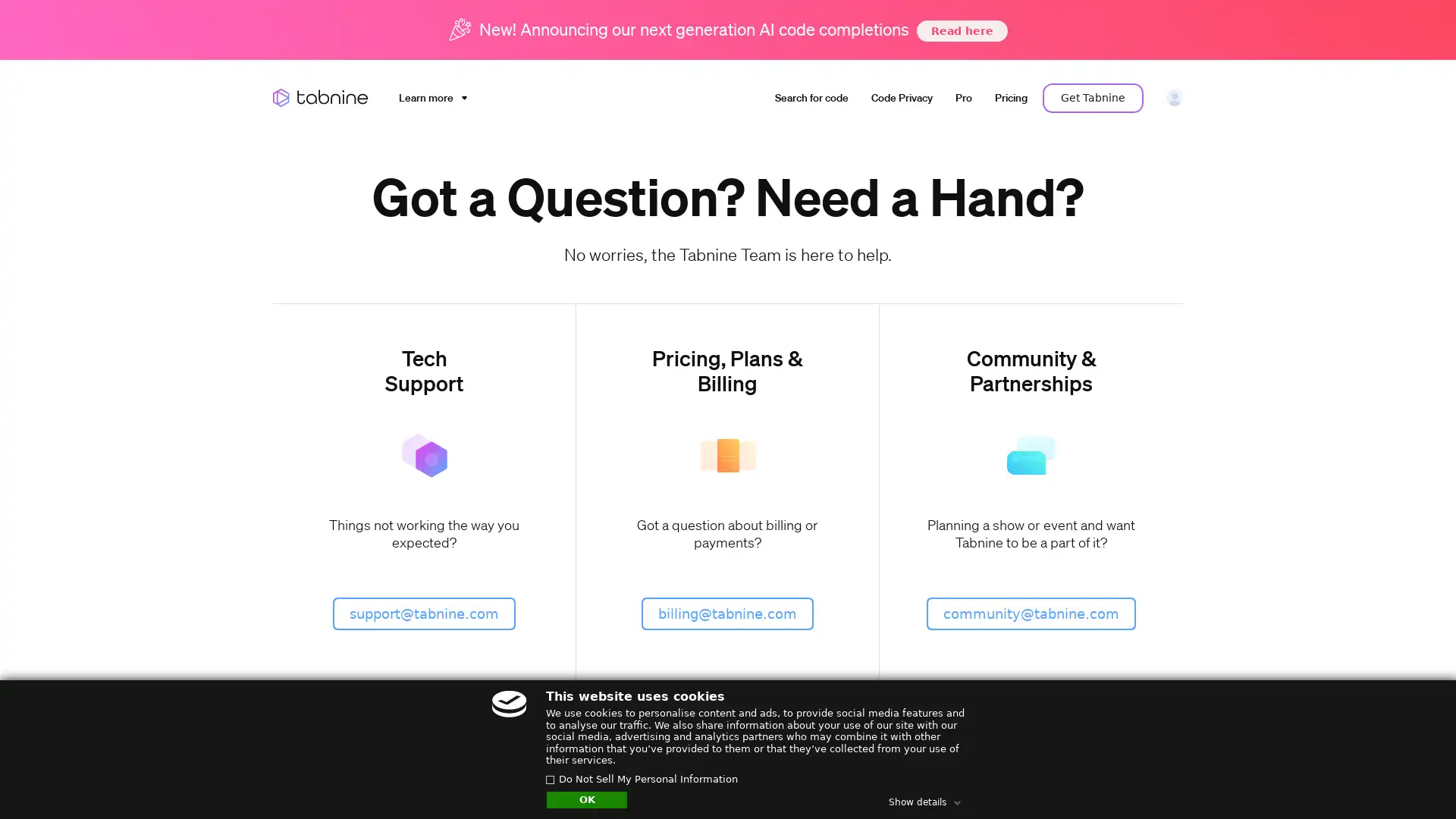 The width and height of the screenshot is (1456, 819). Describe the element at coordinates (1376, 761) in the screenshot. I see `Dismiss Message` at that location.